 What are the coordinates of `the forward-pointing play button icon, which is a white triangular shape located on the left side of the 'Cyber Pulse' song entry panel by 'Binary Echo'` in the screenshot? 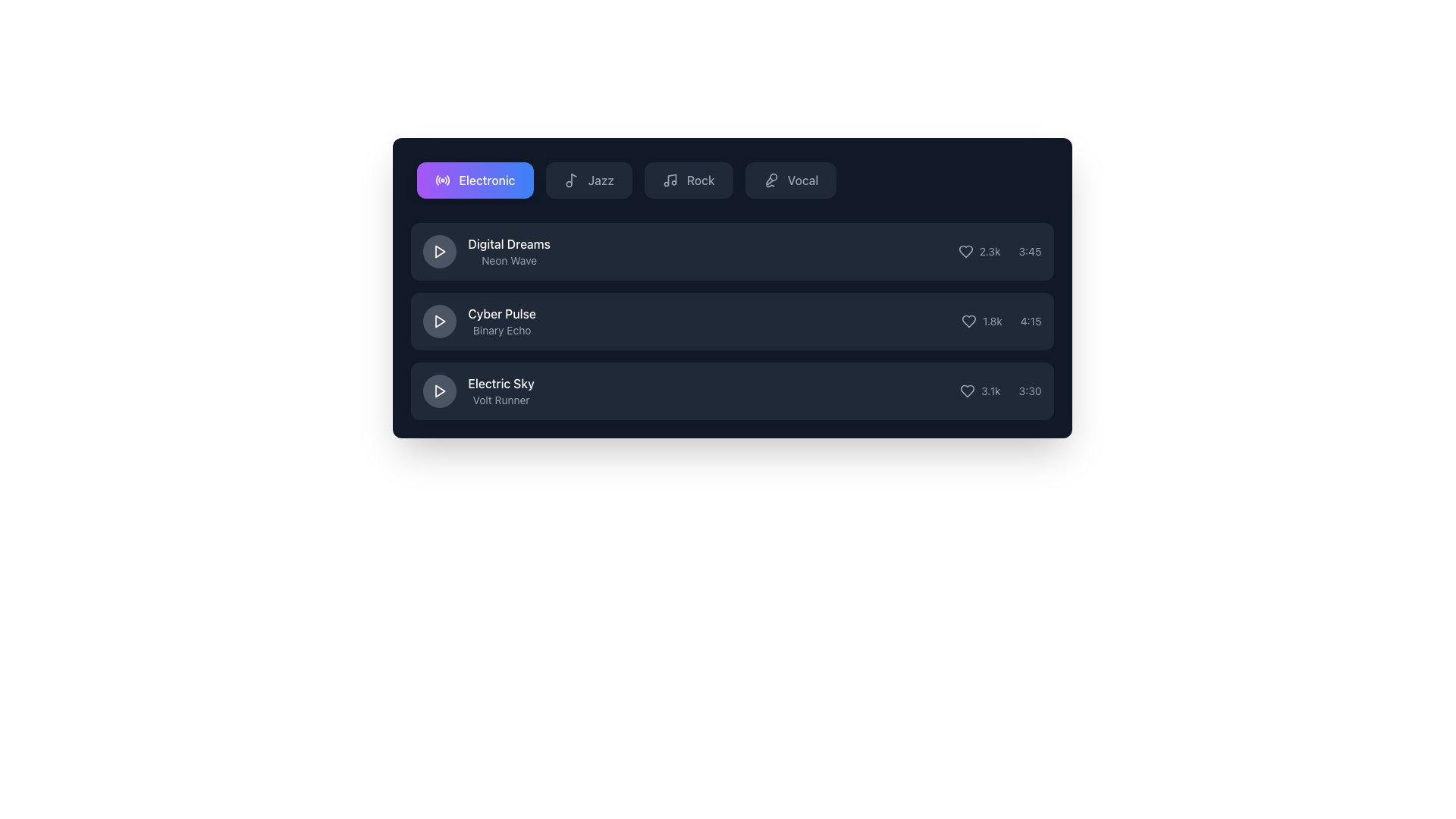 It's located at (439, 321).